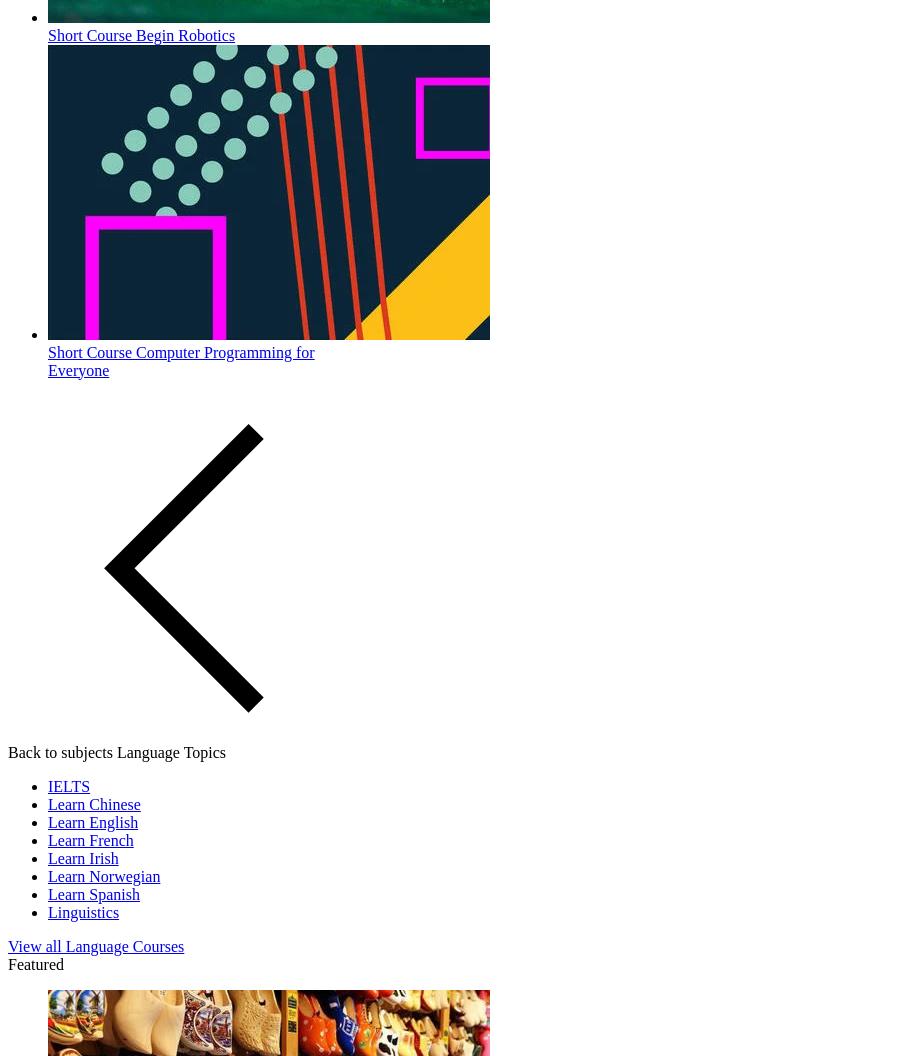 The width and height of the screenshot is (908, 1056). What do you see at coordinates (81, 857) in the screenshot?
I see `'Learn Irish'` at bounding box center [81, 857].